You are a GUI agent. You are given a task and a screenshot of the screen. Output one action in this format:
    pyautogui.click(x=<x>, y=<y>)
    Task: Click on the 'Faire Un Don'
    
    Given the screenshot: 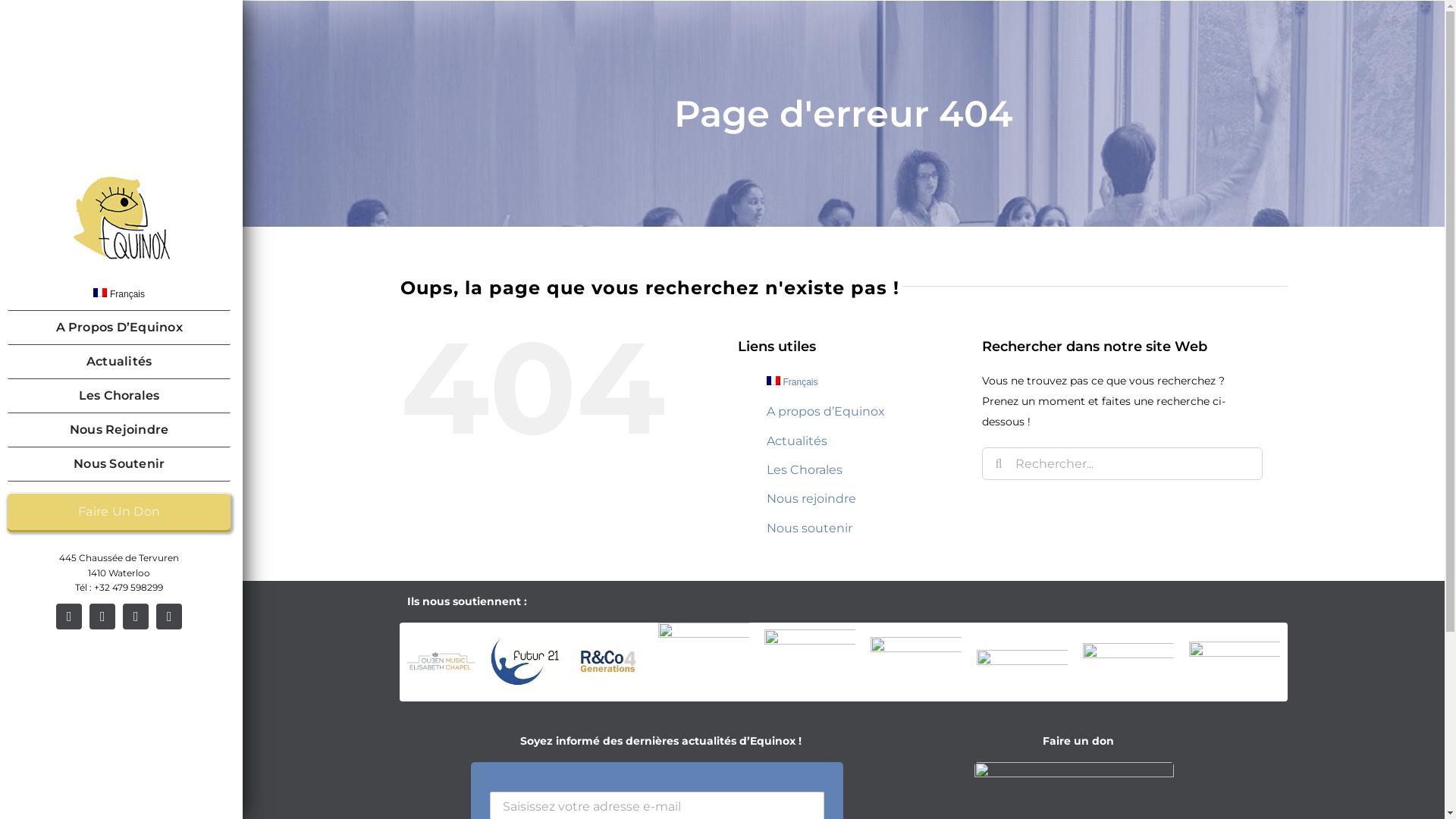 What is the action you would take?
    pyautogui.click(x=118, y=511)
    